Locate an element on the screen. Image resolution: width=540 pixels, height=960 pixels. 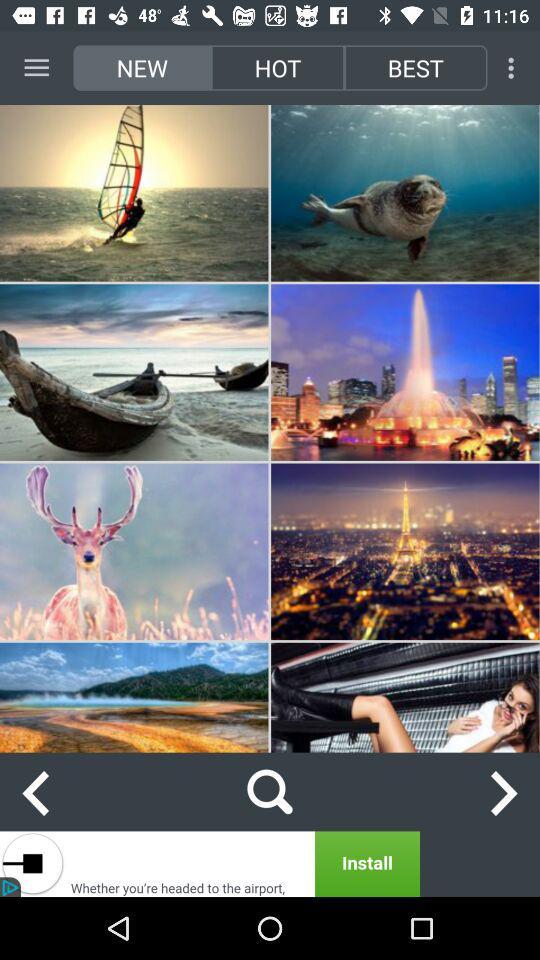
the arrow_backward icon is located at coordinates (33, 792).